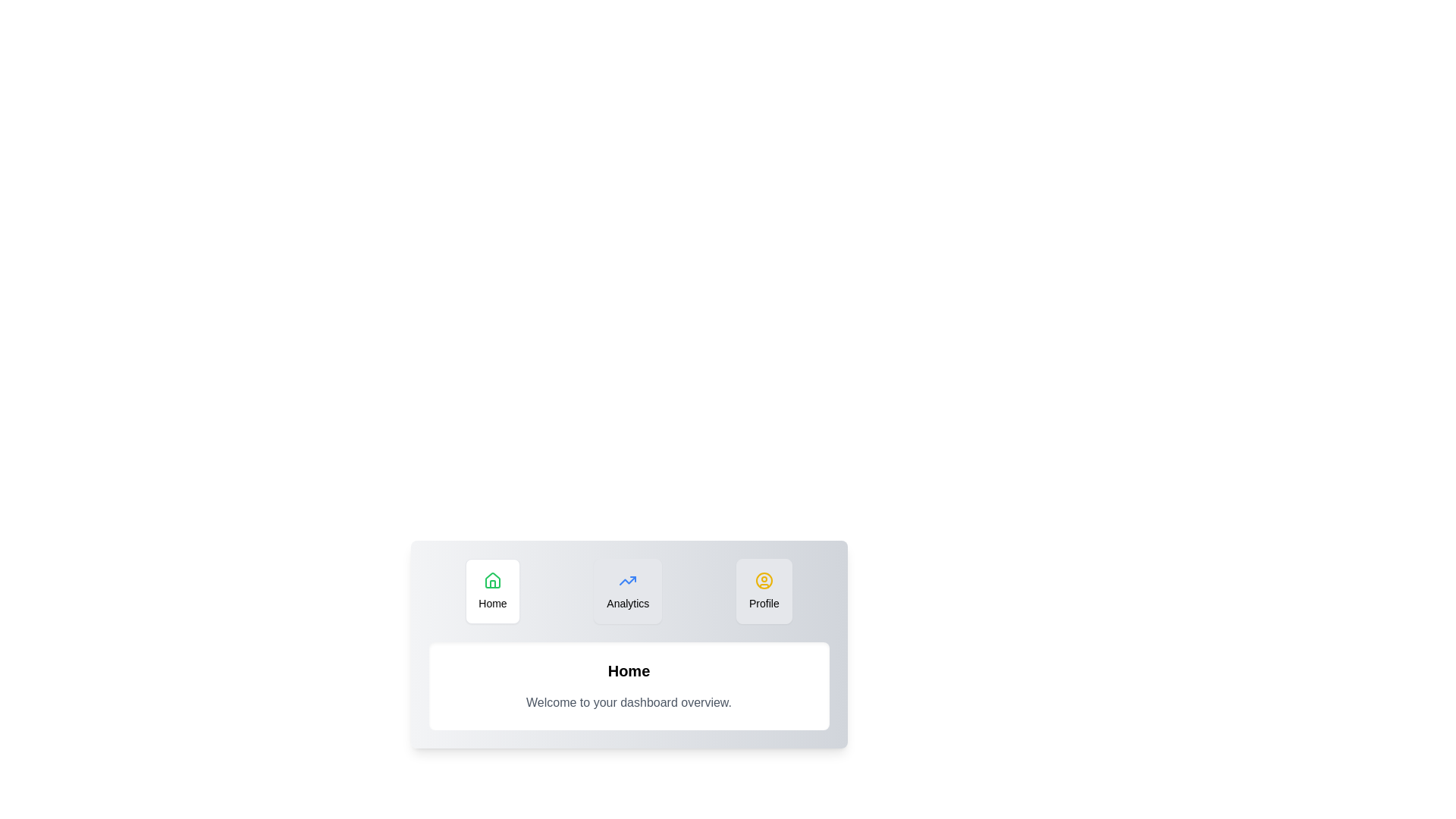 This screenshot has width=1456, height=819. What do you see at coordinates (764, 590) in the screenshot?
I see `the Profile tab to observe the hover effect` at bounding box center [764, 590].